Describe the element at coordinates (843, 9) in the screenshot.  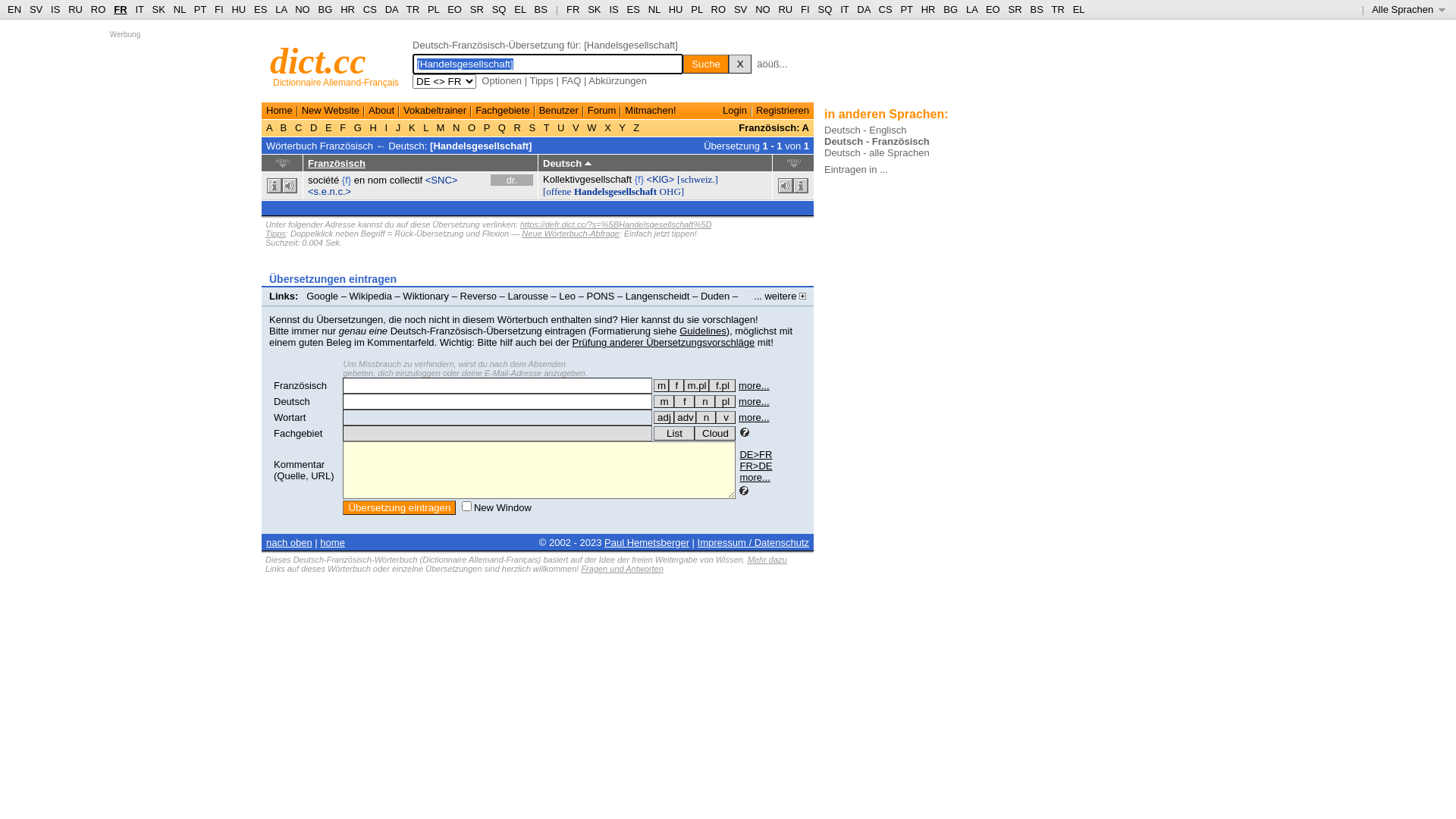
I see `'IT'` at that location.